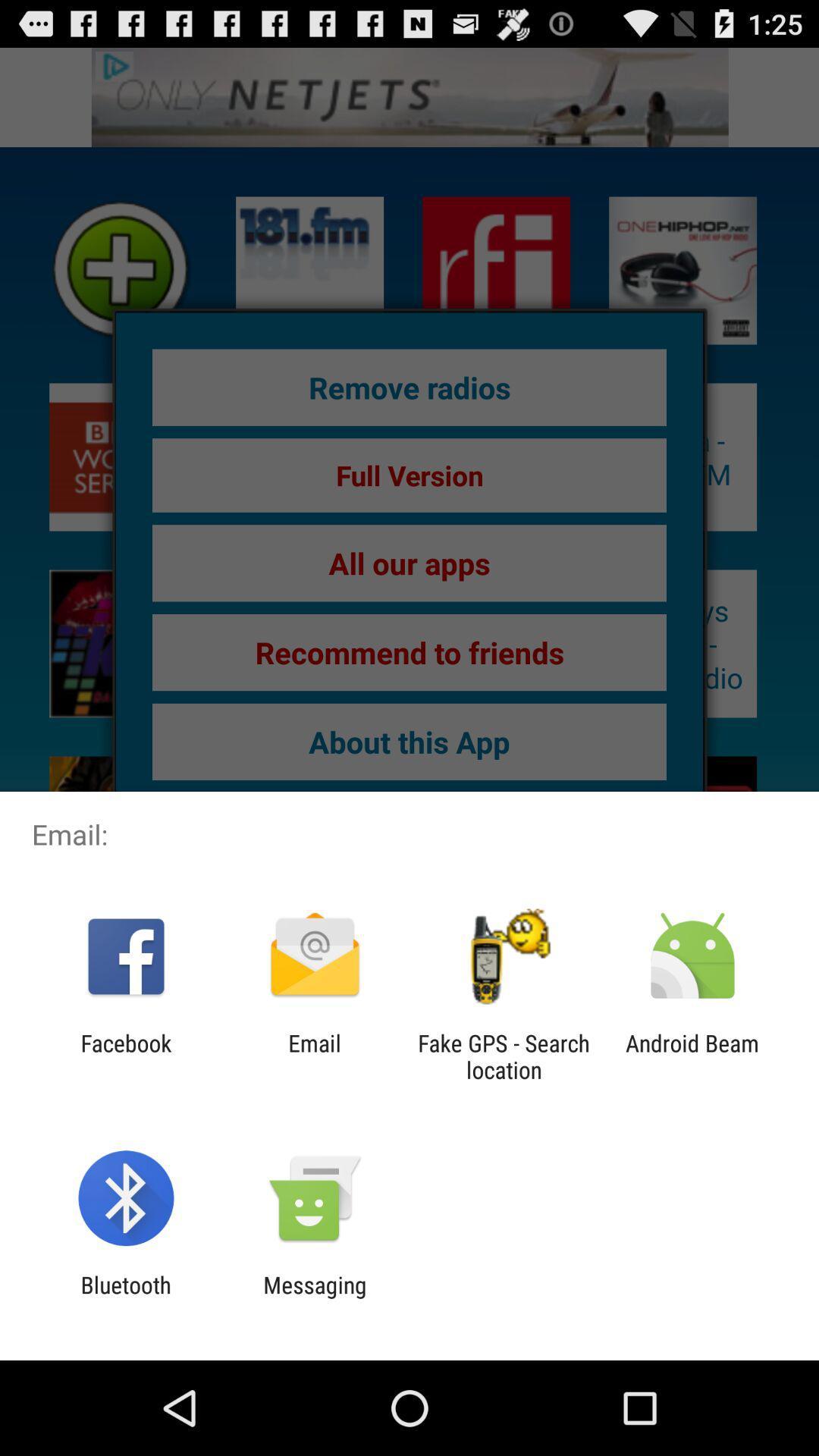  I want to click on the bluetooth, so click(125, 1298).